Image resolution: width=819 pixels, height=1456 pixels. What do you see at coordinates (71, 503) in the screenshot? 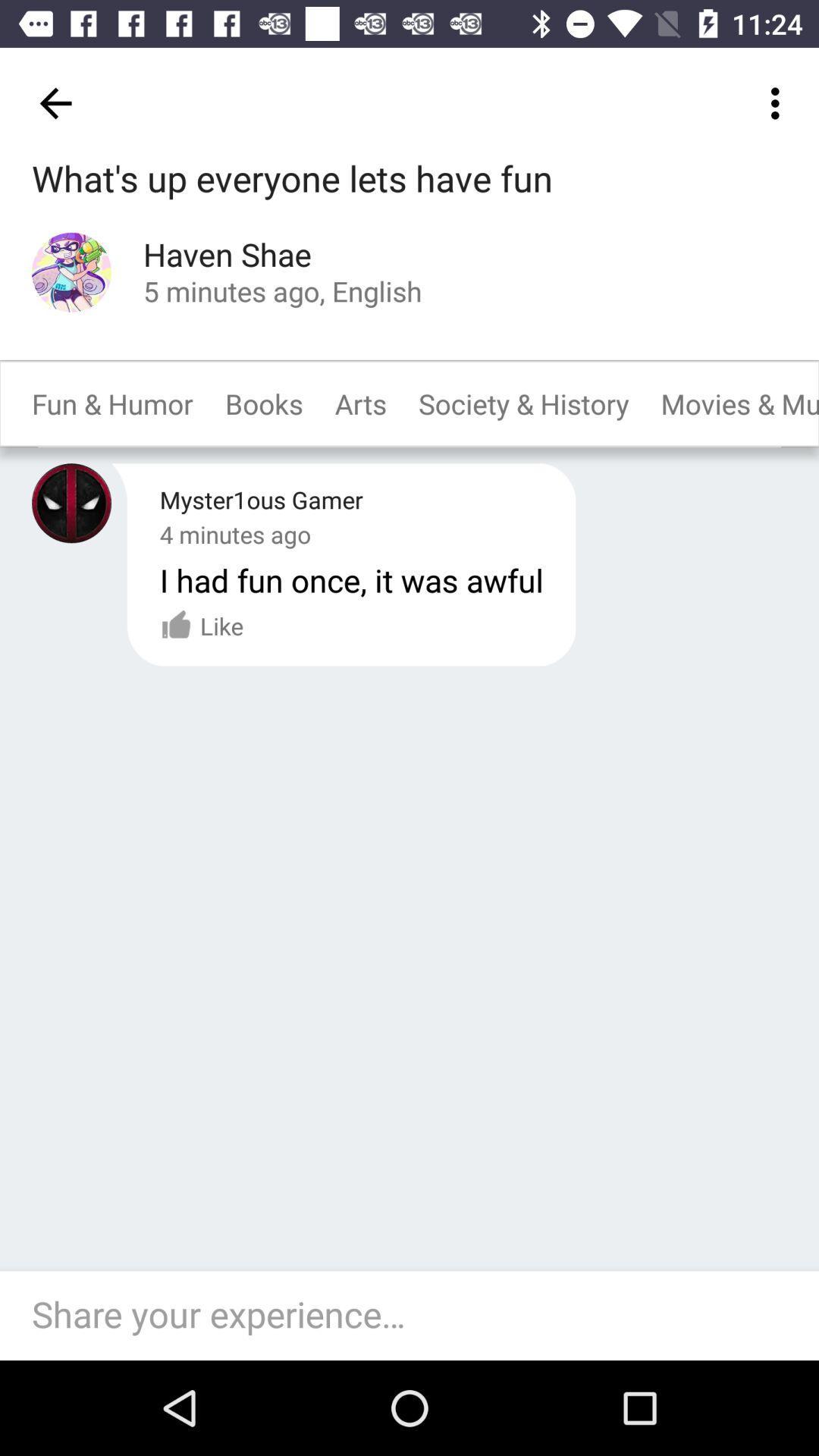
I see `this is the profile icon of the user` at bounding box center [71, 503].